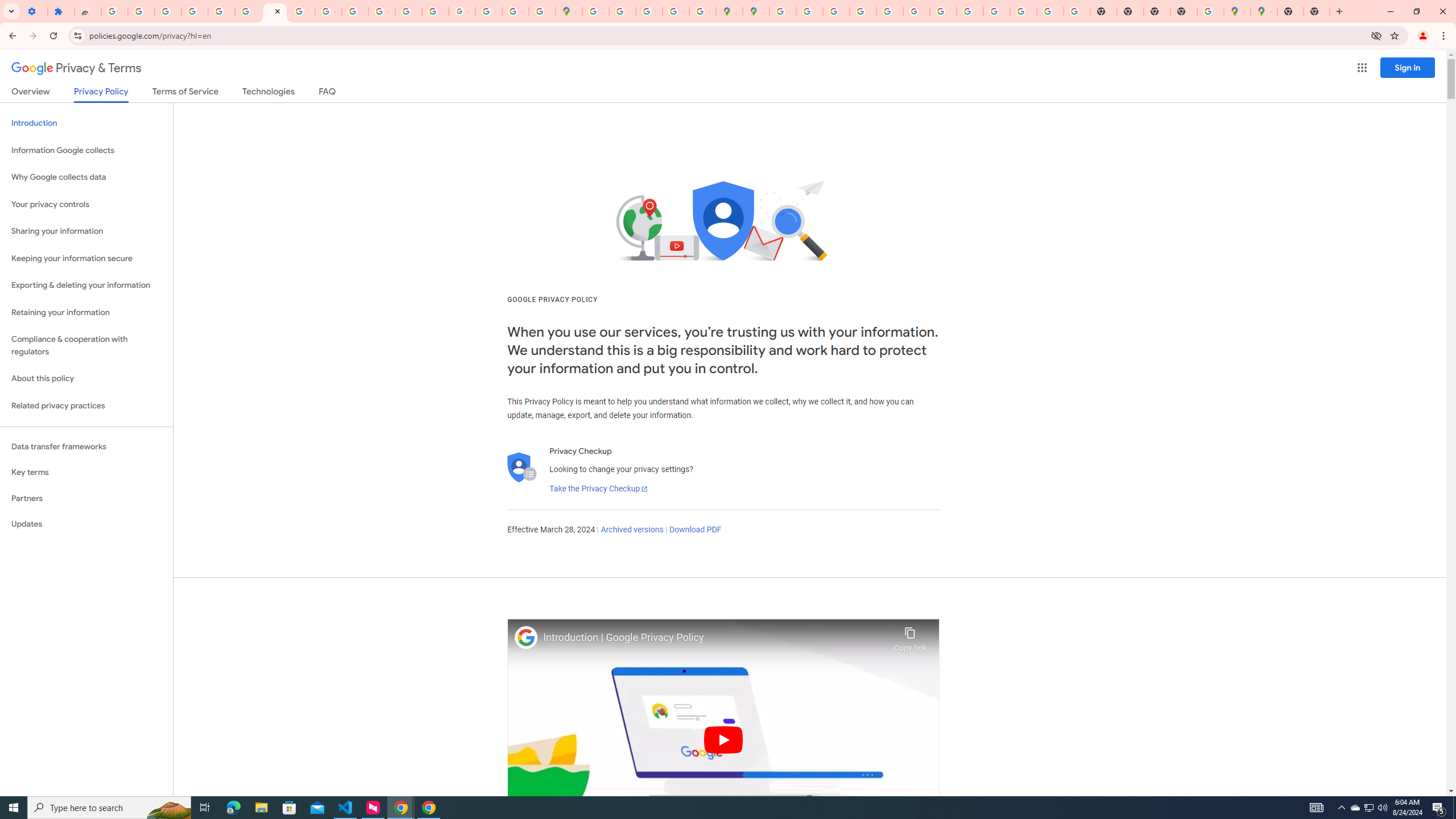 This screenshot has width=1456, height=819. What do you see at coordinates (568, 11) in the screenshot?
I see `'Google Maps'` at bounding box center [568, 11].